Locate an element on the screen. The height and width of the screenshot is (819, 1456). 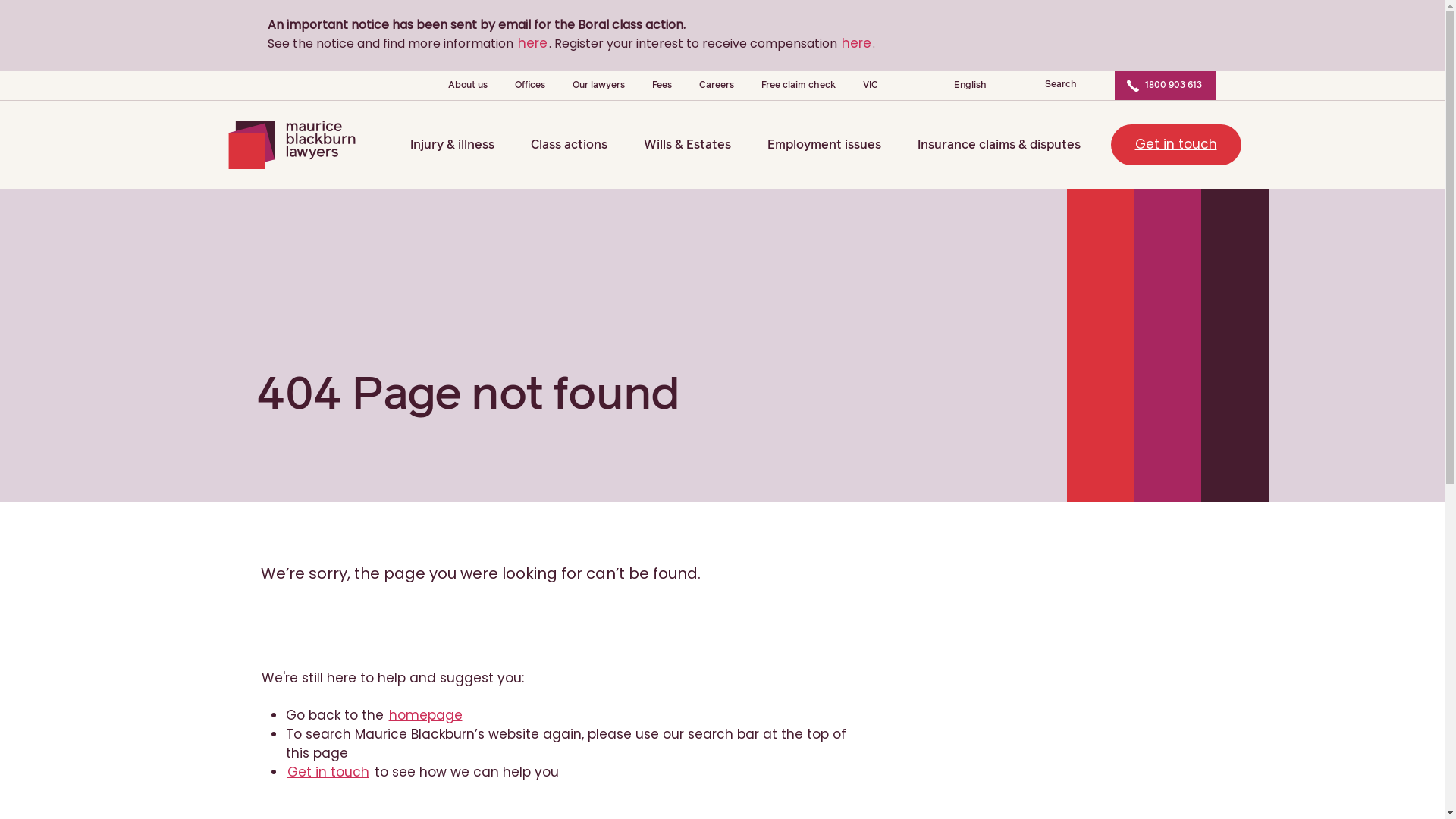
'Employment issues' is located at coordinates (761, 145).